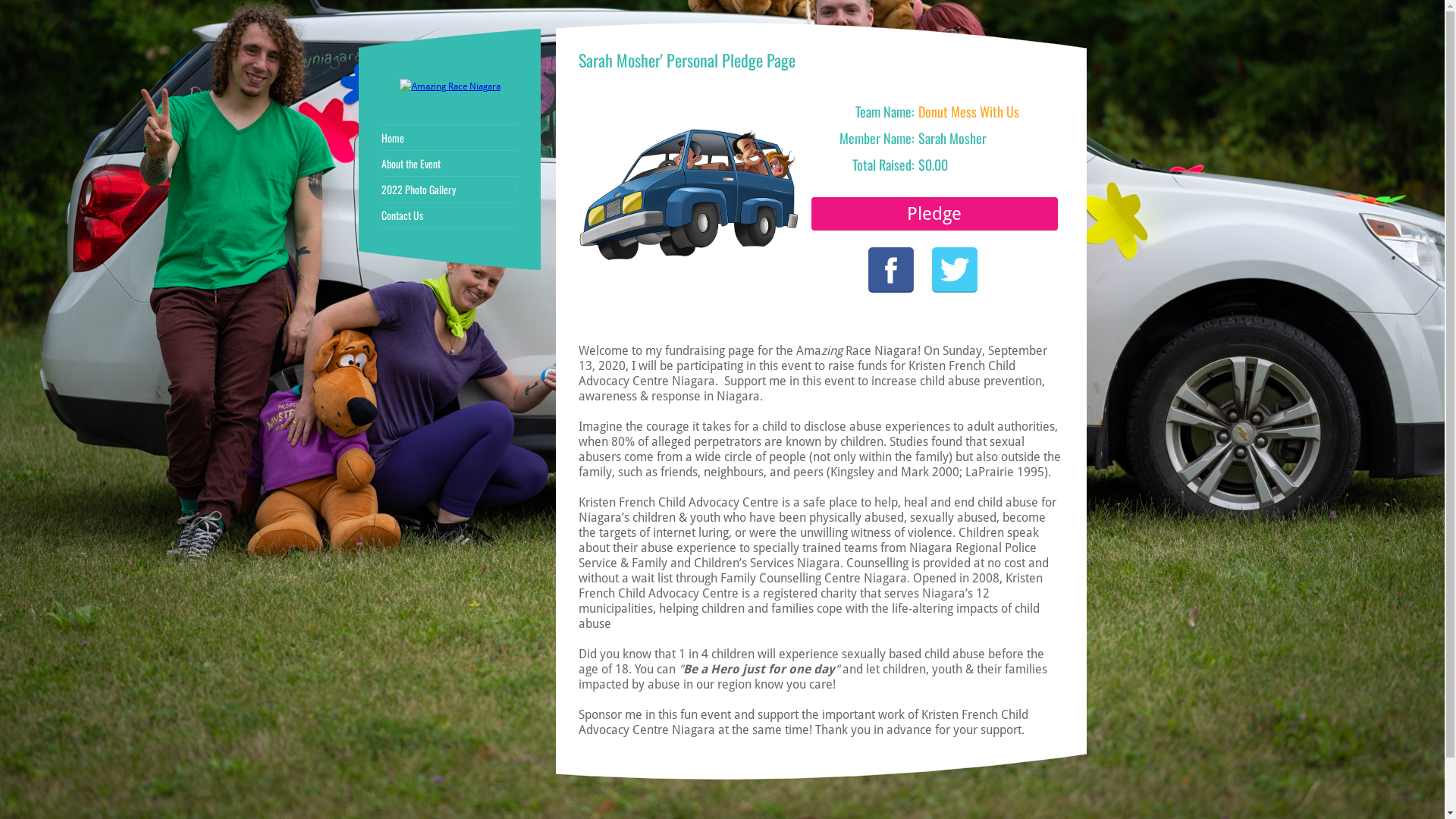 The height and width of the screenshot is (819, 1456). What do you see at coordinates (934, 213) in the screenshot?
I see `'Pledge'` at bounding box center [934, 213].